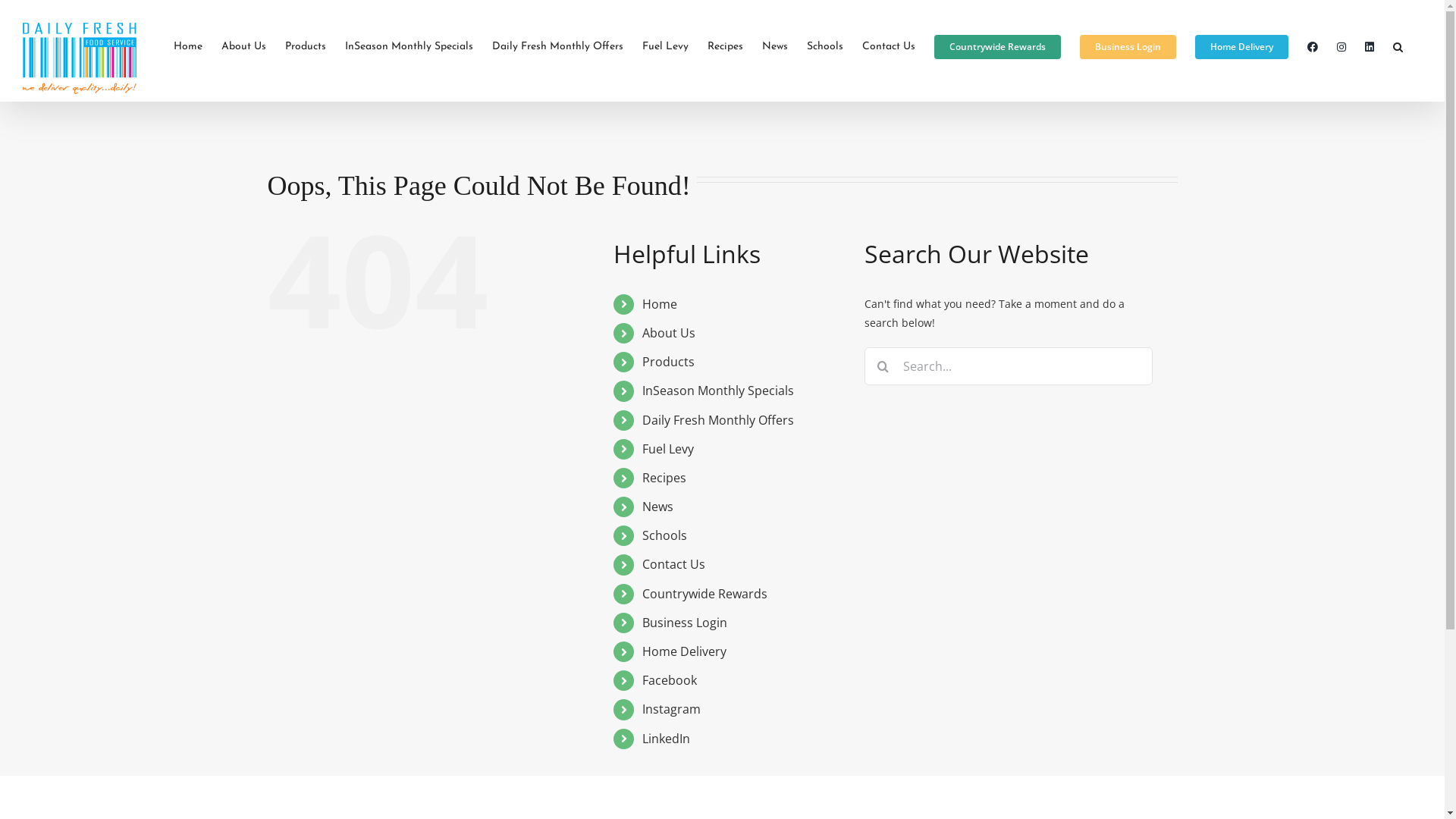 This screenshot has height=819, width=1456. Describe the element at coordinates (1397, 45) in the screenshot. I see `'Search'` at that location.